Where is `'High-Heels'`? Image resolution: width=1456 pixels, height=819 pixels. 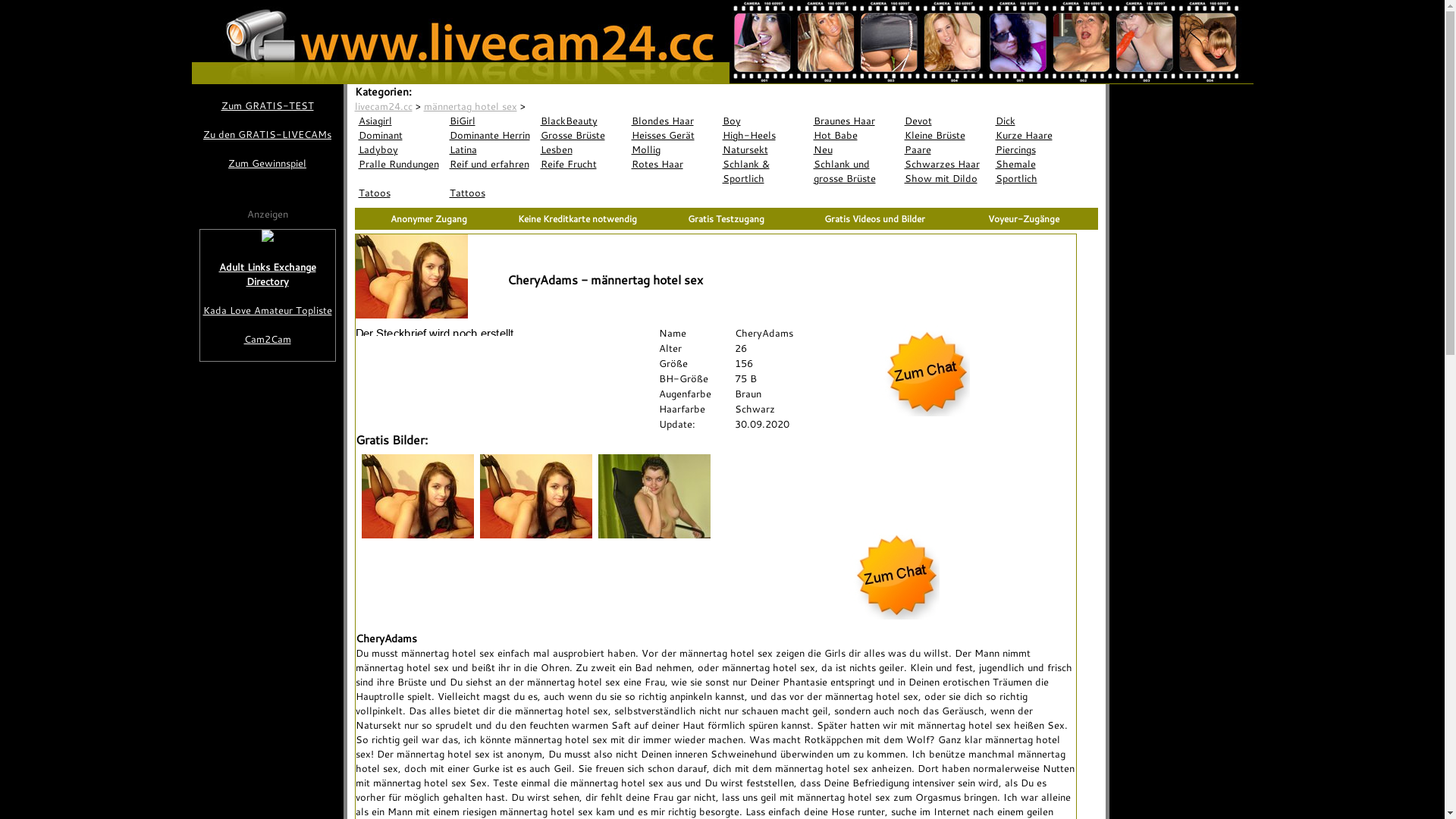
'High-Heels' is located at coordinates (764, 134).